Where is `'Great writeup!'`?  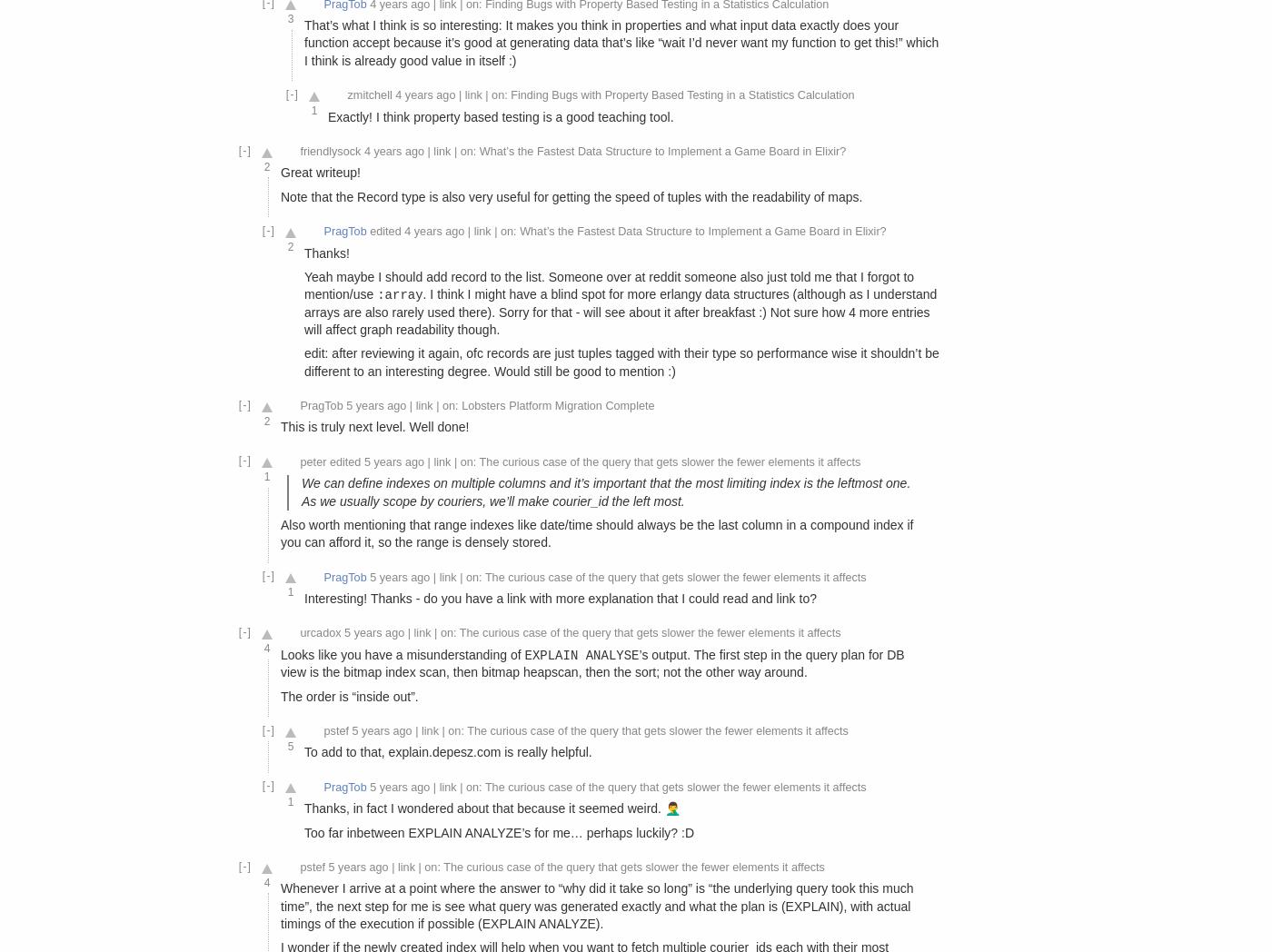
'Great writeup!' is located at coordinates (320, 172).